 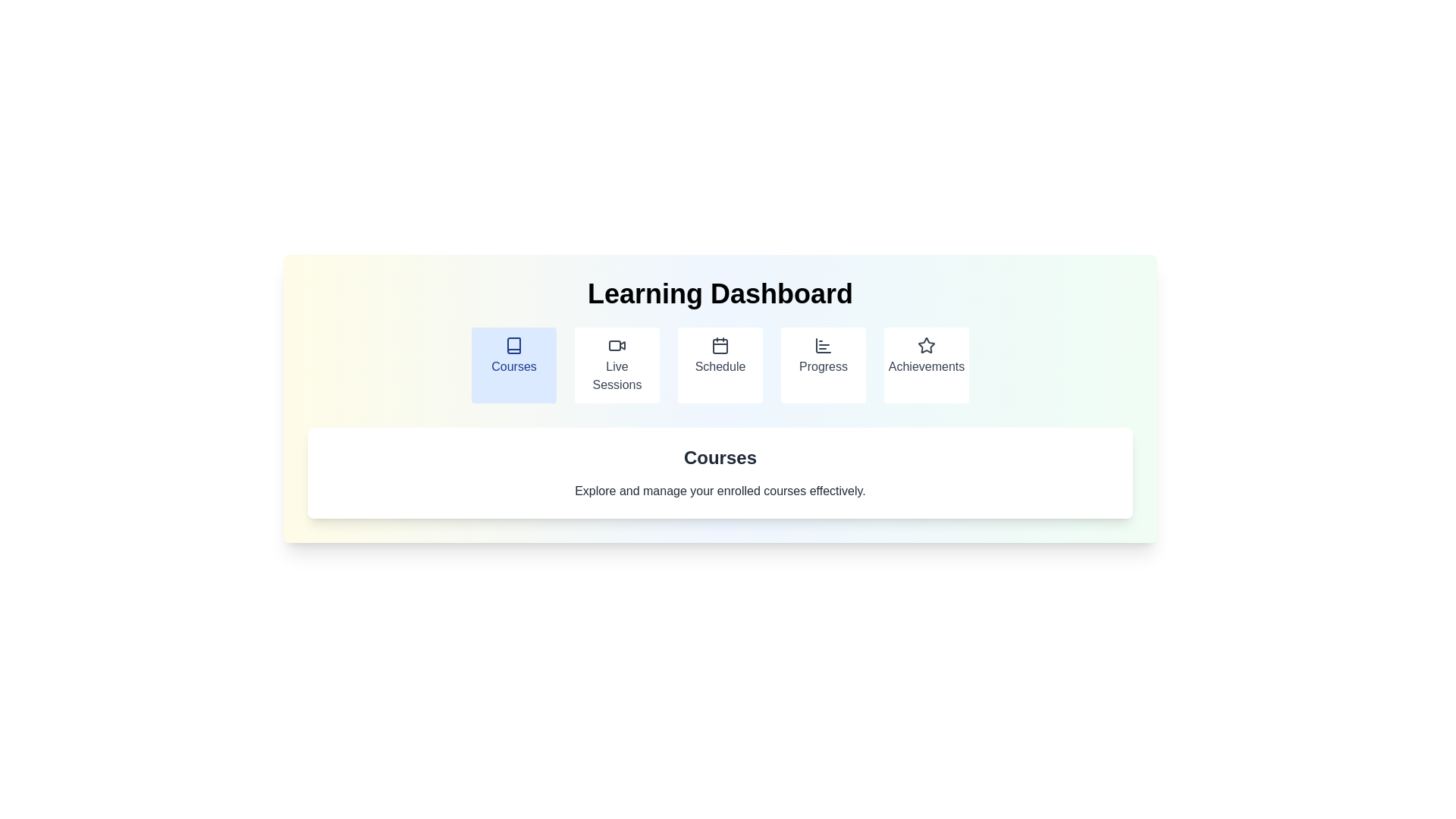 I want to click on text content of the 'Achievements' label located below the star icon in the fifth icon-label component of the navigation group, so click(x=926, y=366).